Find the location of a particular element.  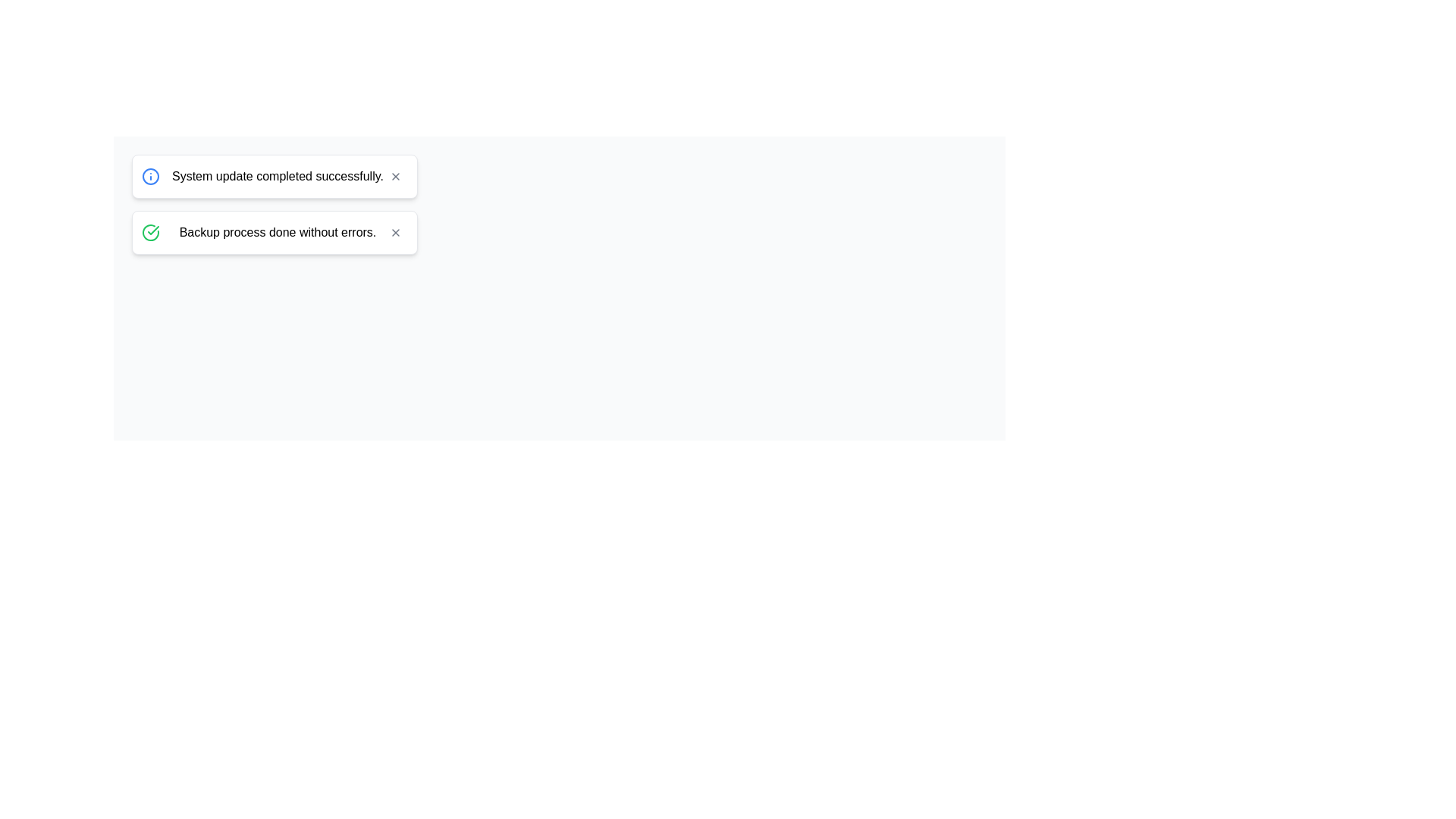

the circular blue outlined icon with an information symbol, located within the notification card stating 'System update completed successfully' is located at coordinates (150, 175).